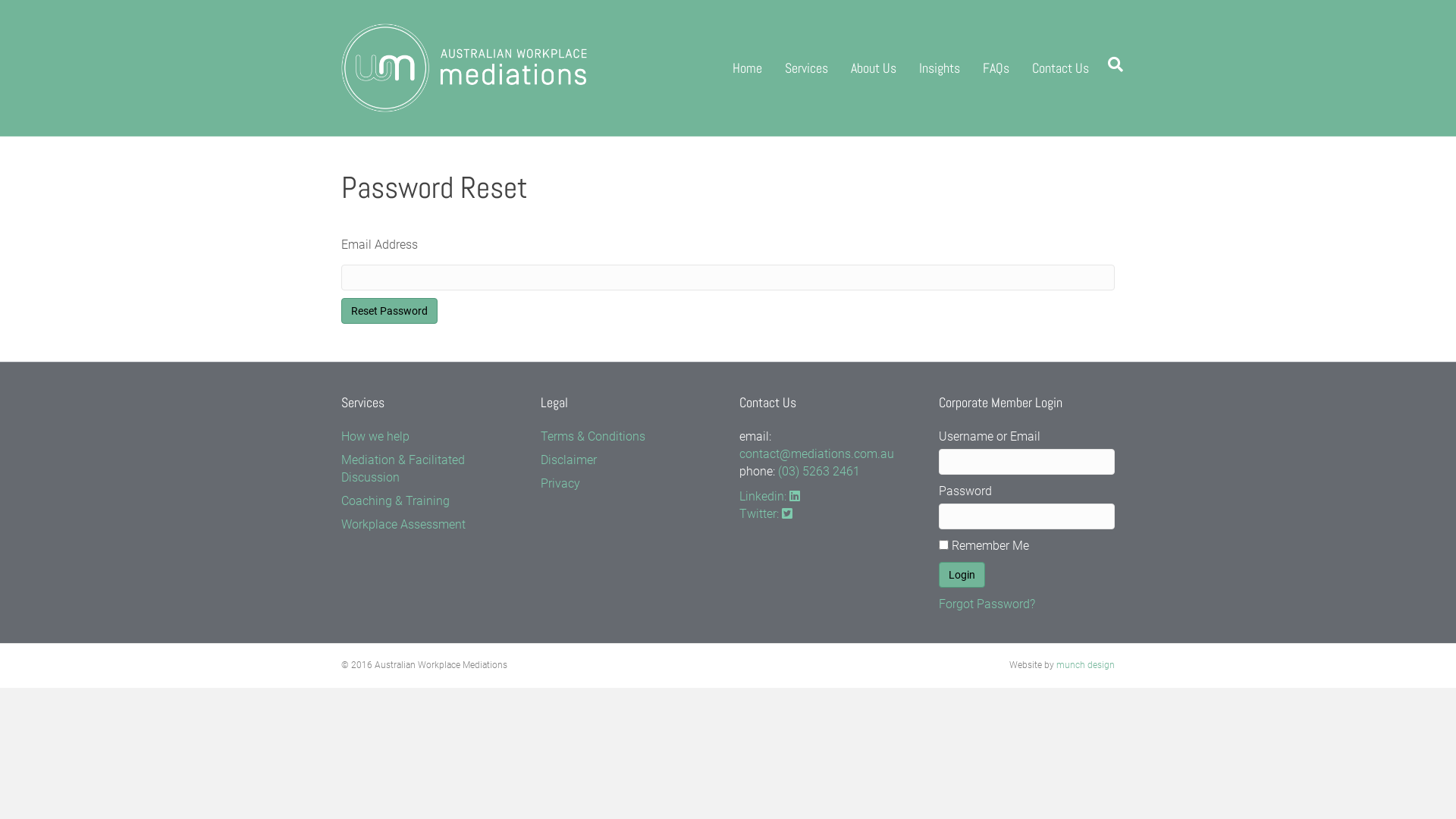 The width and height of the screenshot is (1456, 819). What do you see at coordinates (874, 67) in the screenshot?
I see `'About Us'` at bounding box center [874, 67].